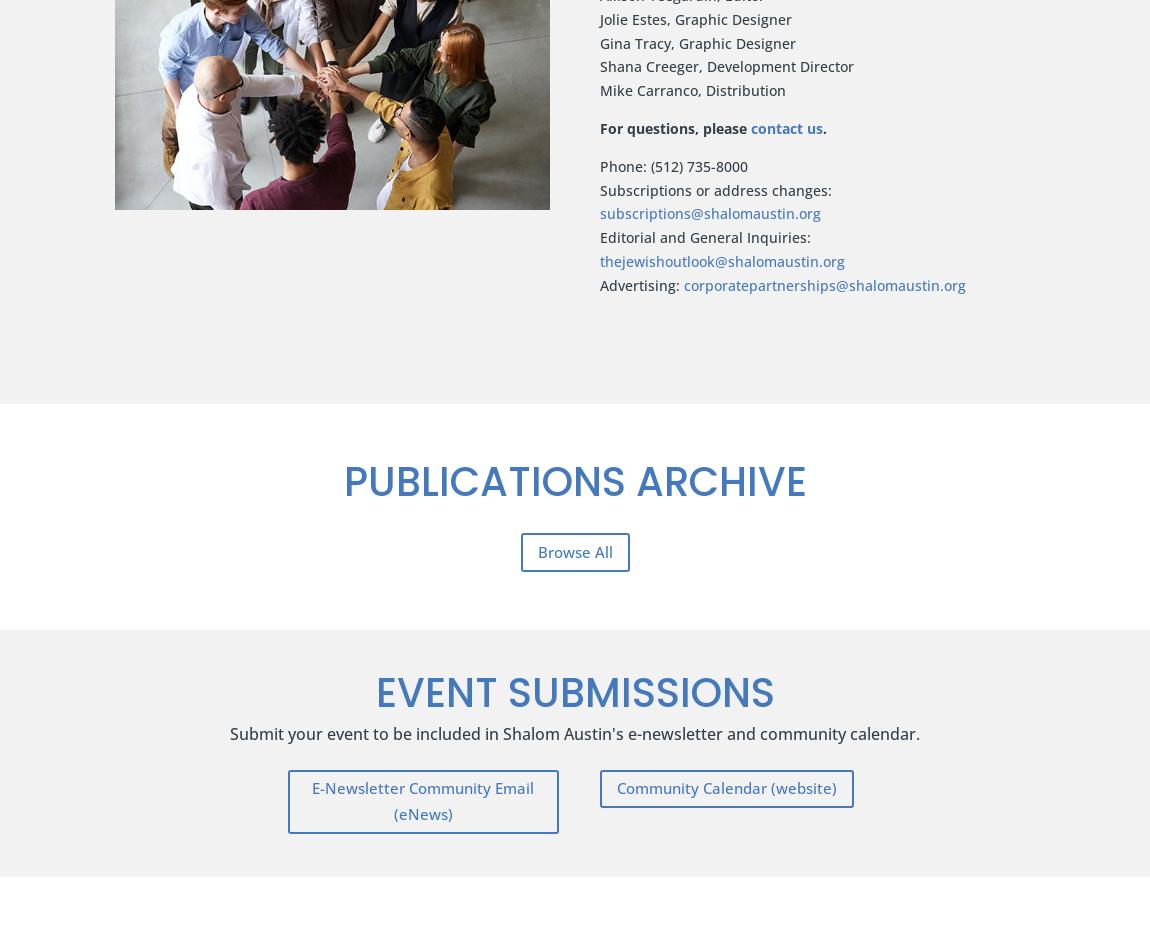 This screenshot has height=942, width=1150. I want to click on 'Shana Creeger, Development Director', so click(726, 65).